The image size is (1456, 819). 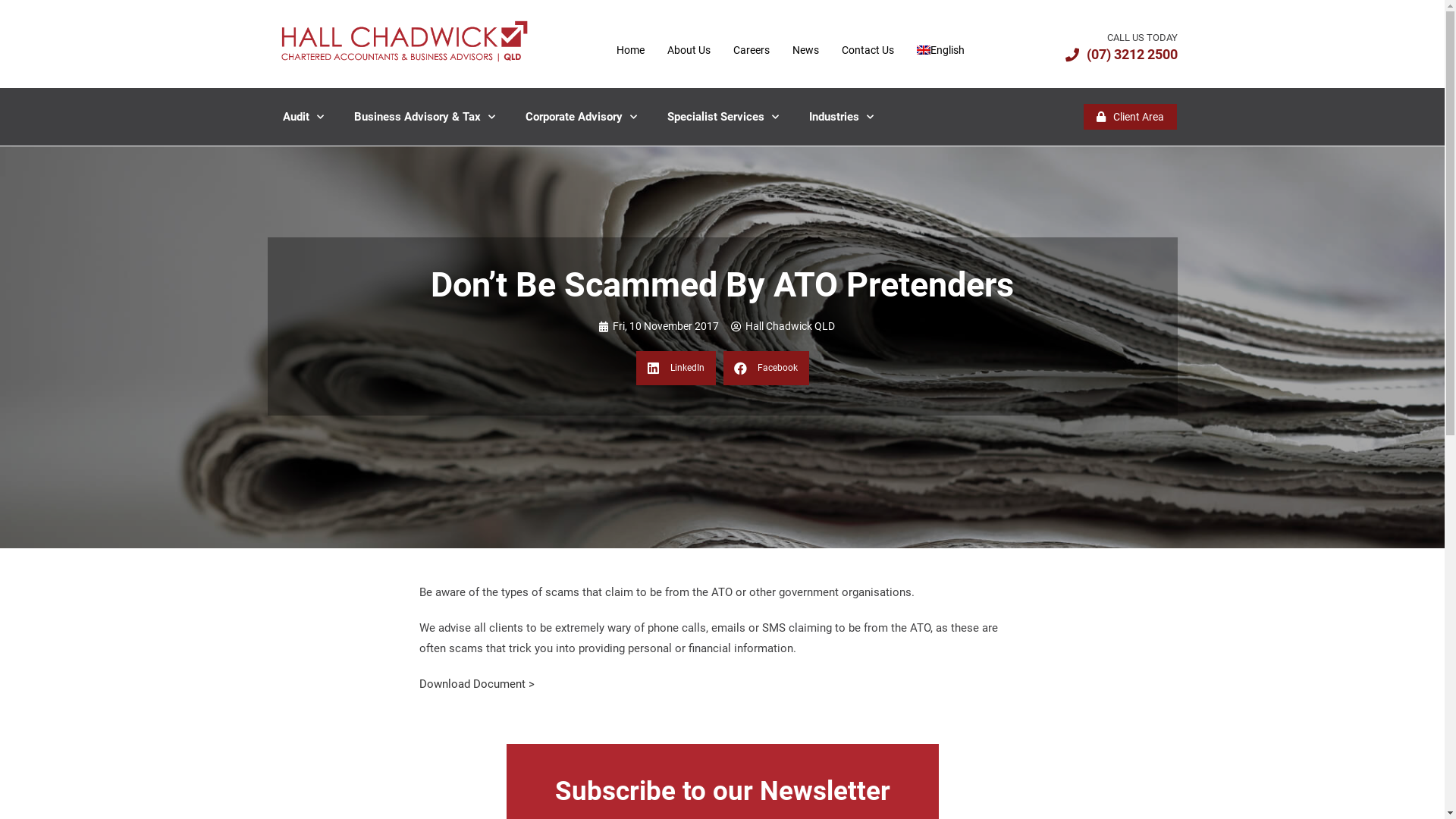 I want to click on 'Hall Chadwick QLD', so click(x=731, y=325).